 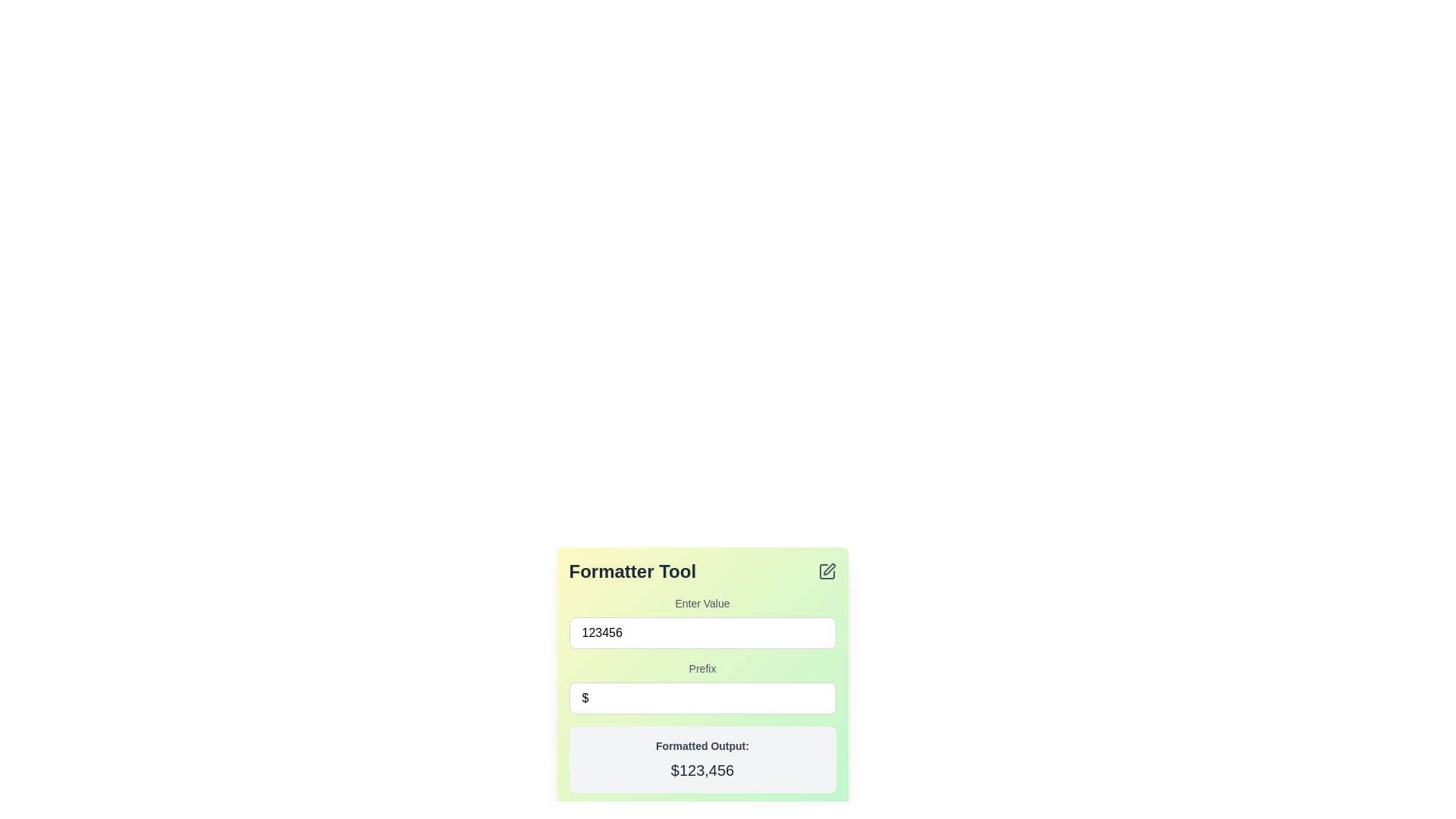 I want to click on the geometric pen or edit icon located in the top-right corner of the 'Formatter Tool' box, so click(x=828, y=570).